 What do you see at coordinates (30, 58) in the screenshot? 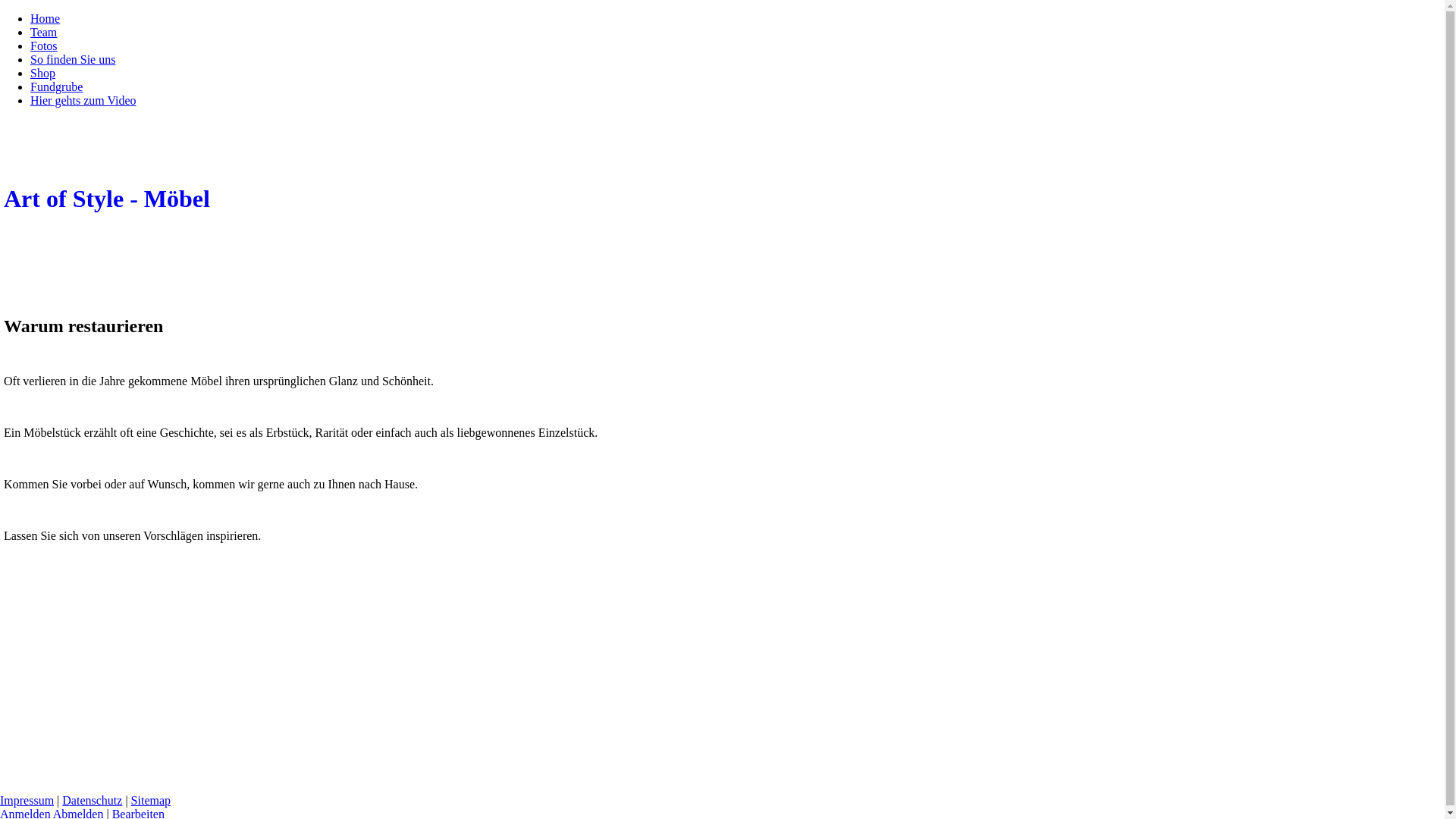
I see `'So finden Sie uns'` at bounding box center [30, 58].